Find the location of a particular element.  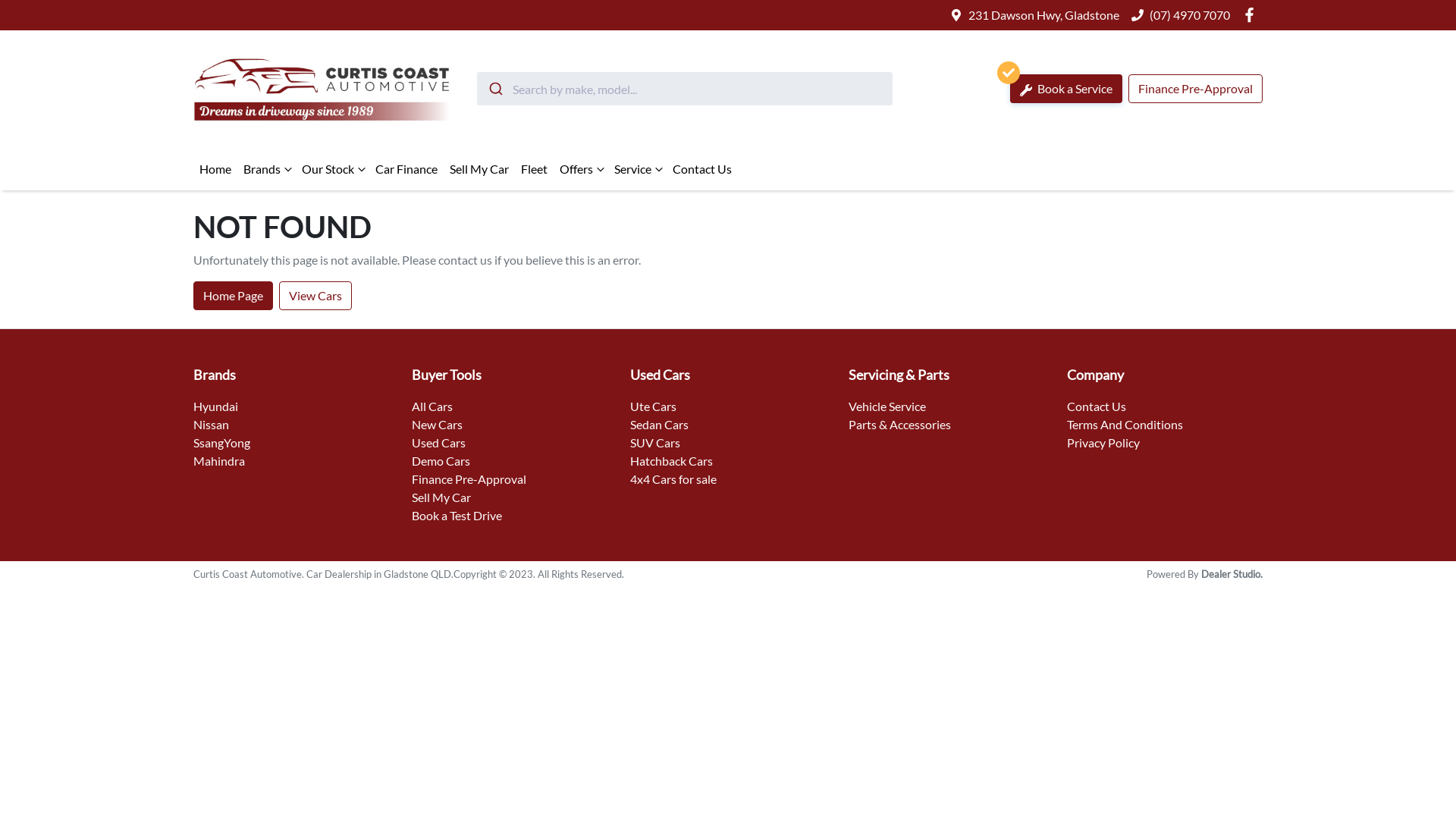

'Parts & Accessories' is located at coordinates (899, 424).